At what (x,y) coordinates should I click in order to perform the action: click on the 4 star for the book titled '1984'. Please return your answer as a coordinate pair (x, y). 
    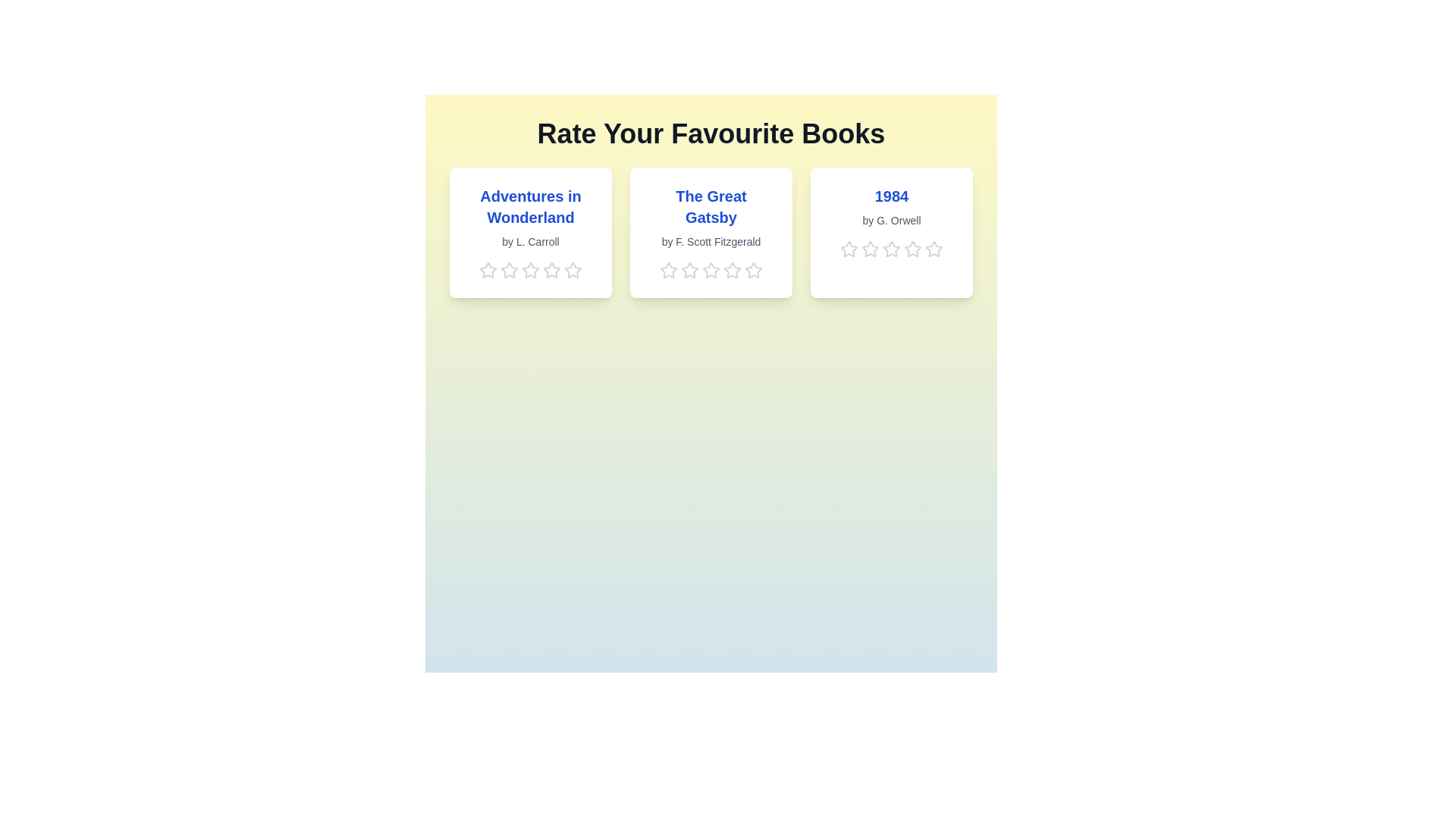
    Looking at the image, I should click on (912, 248).